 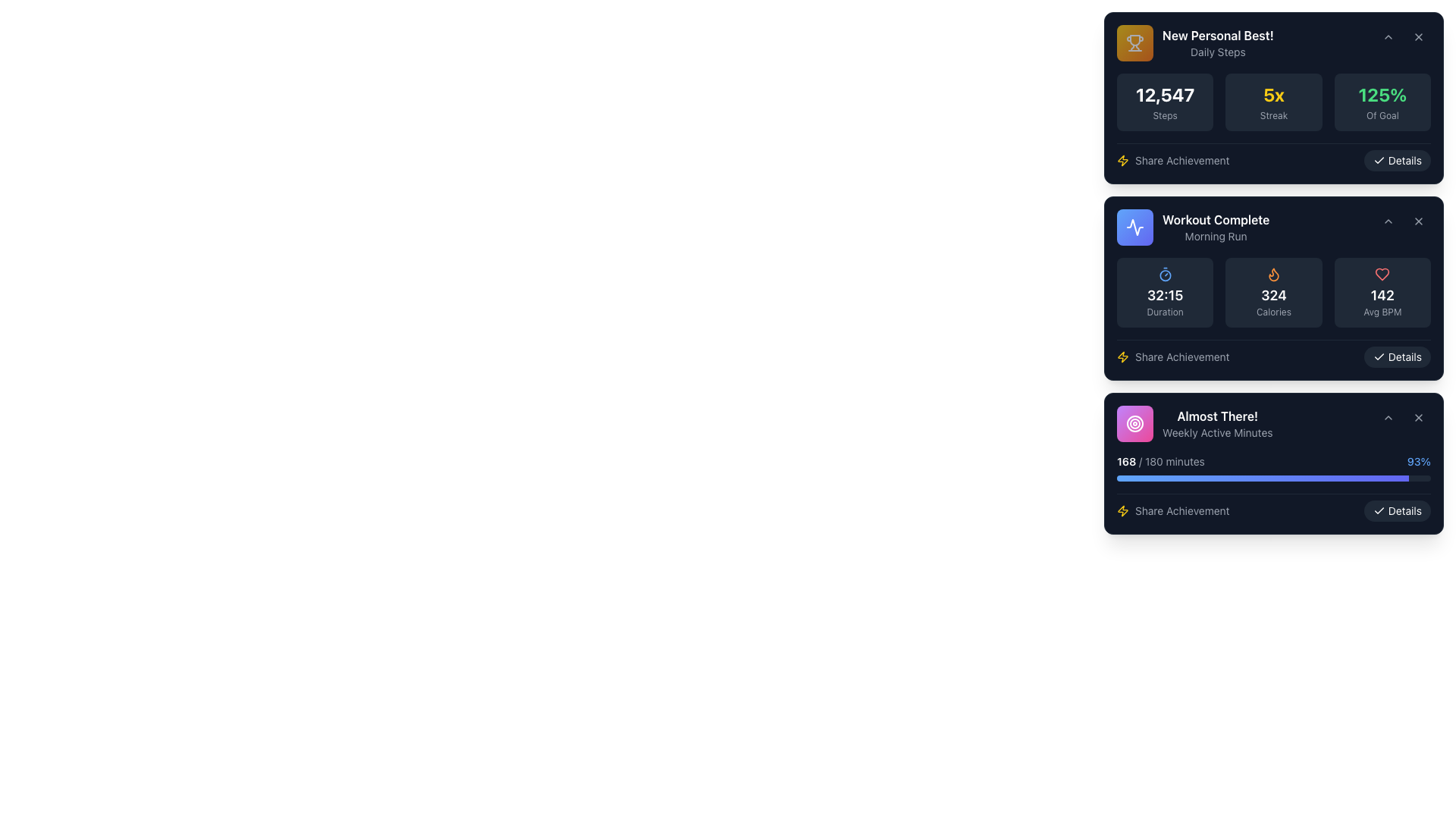 I want to click on the small downward chevron icon located in the upper-right corner of the 'New Personal Best!' card, so click(x=1388, y=36).